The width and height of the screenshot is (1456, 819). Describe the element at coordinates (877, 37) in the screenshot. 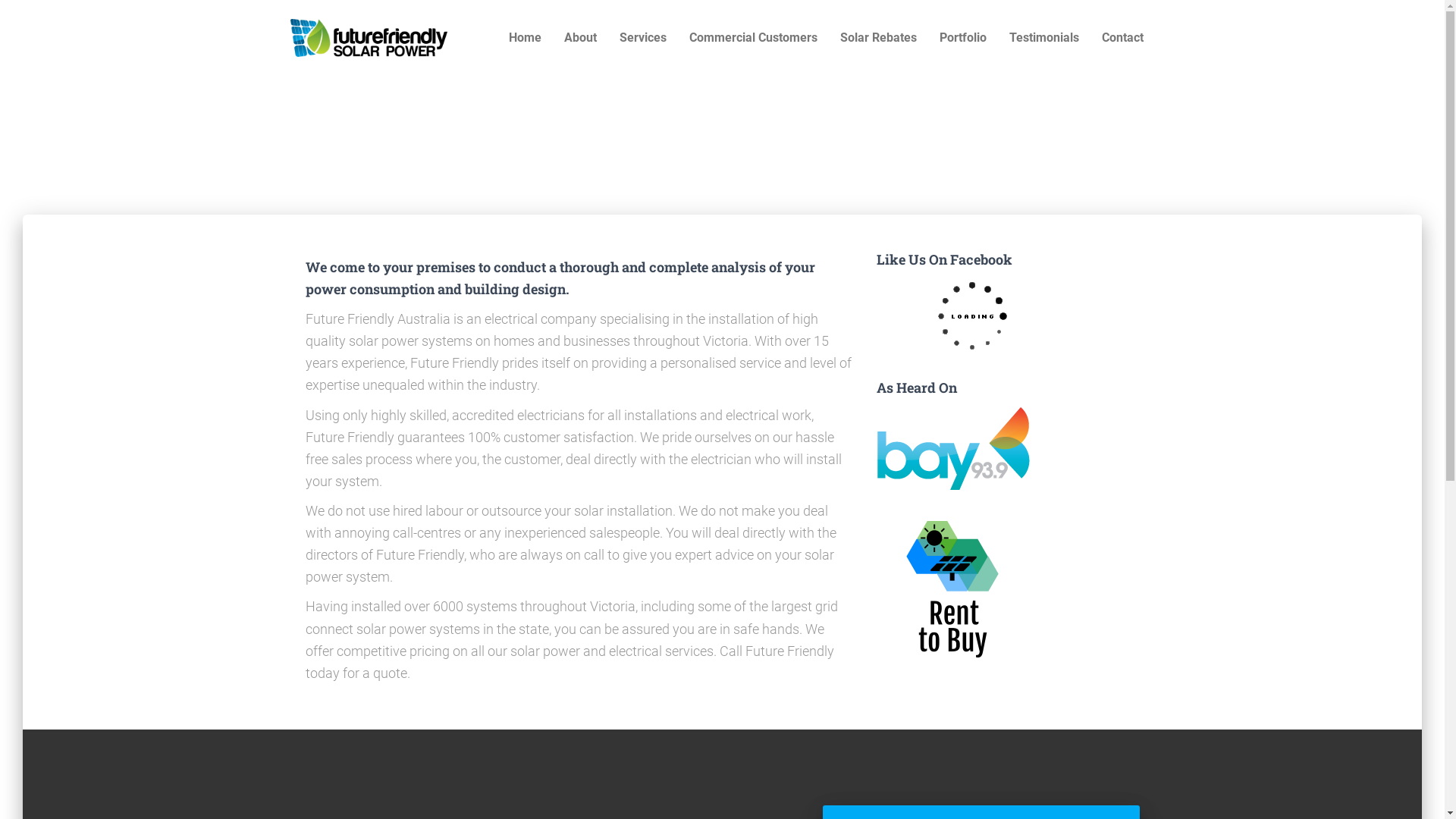

I see `'Solar Rebates'` at that location.